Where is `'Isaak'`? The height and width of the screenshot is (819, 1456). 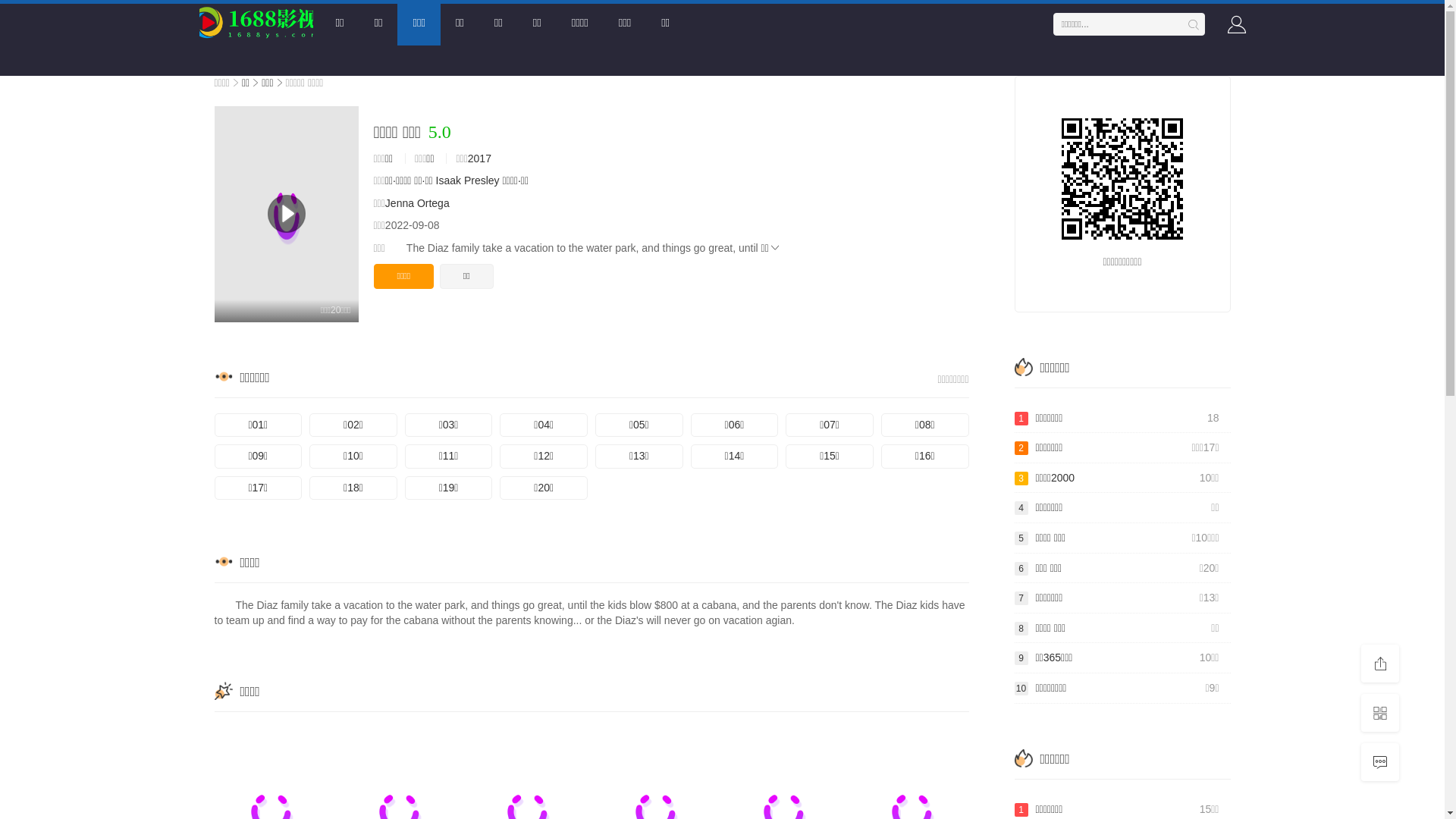
'Isaak' is located at coordinates (447, 180).